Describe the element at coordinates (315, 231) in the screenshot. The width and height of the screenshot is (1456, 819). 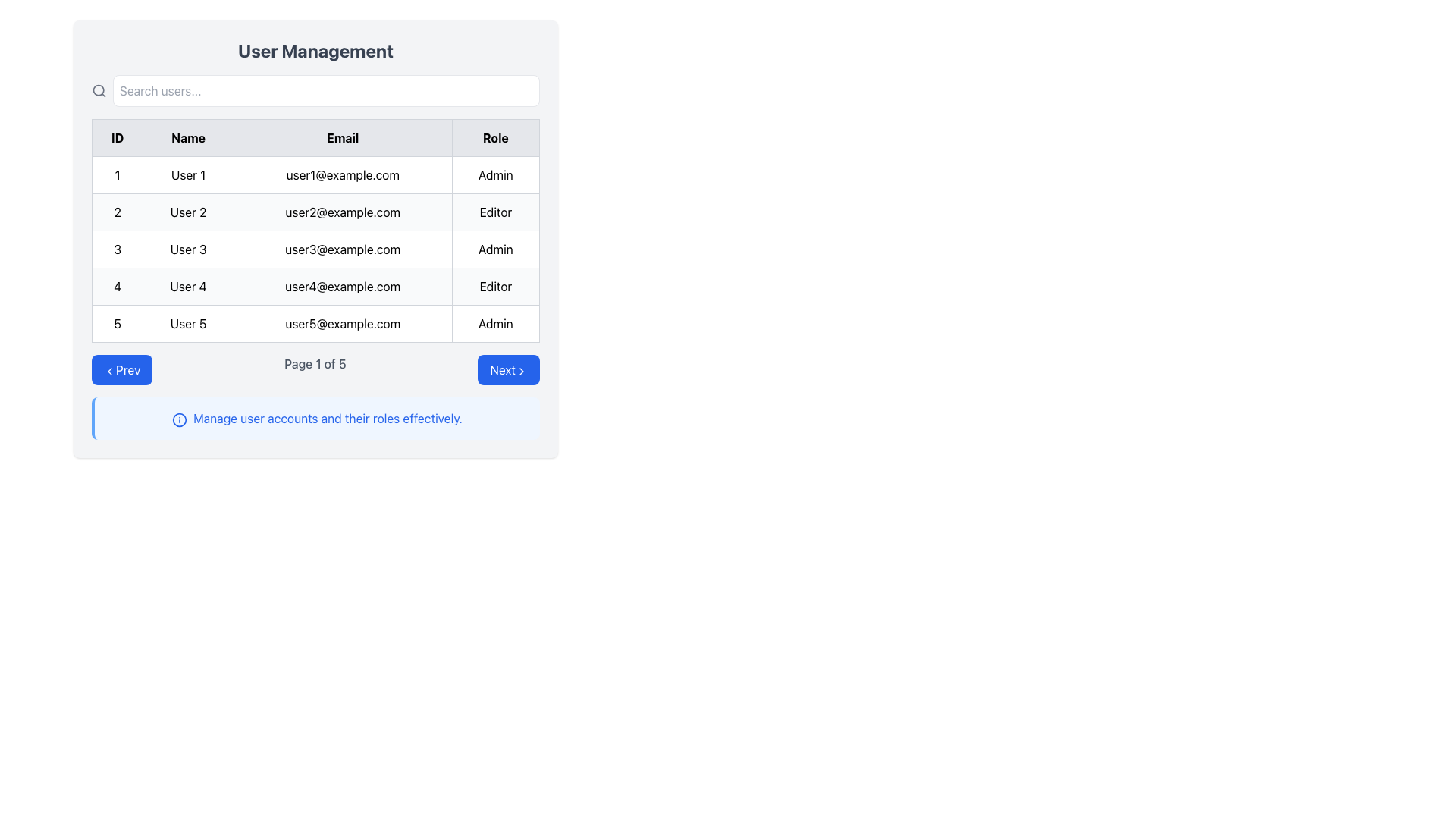
I see `specific rows or cells in the centrally located Data Table under the 'User Management' header` at that location.